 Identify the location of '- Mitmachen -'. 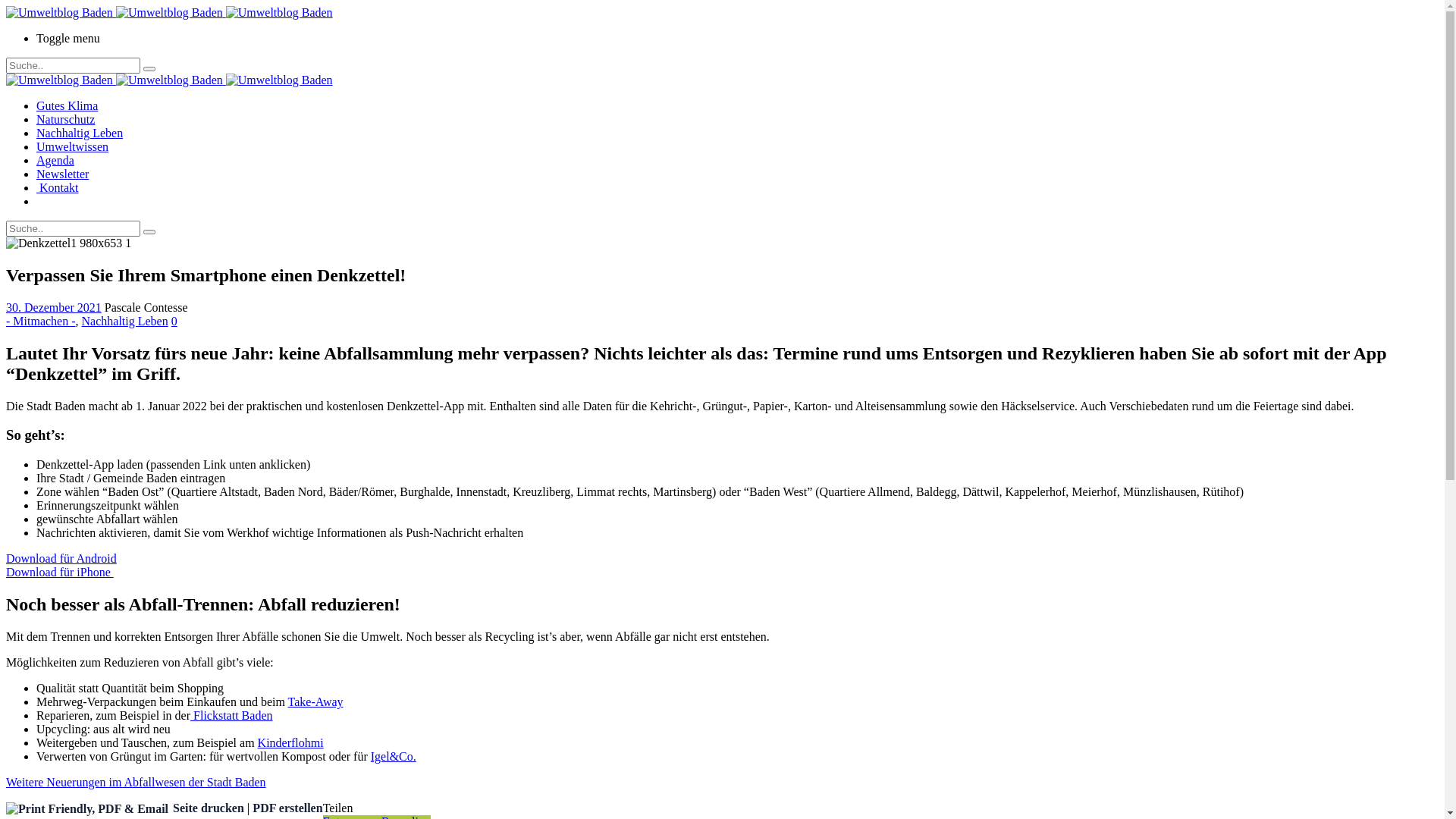
(40, 320).